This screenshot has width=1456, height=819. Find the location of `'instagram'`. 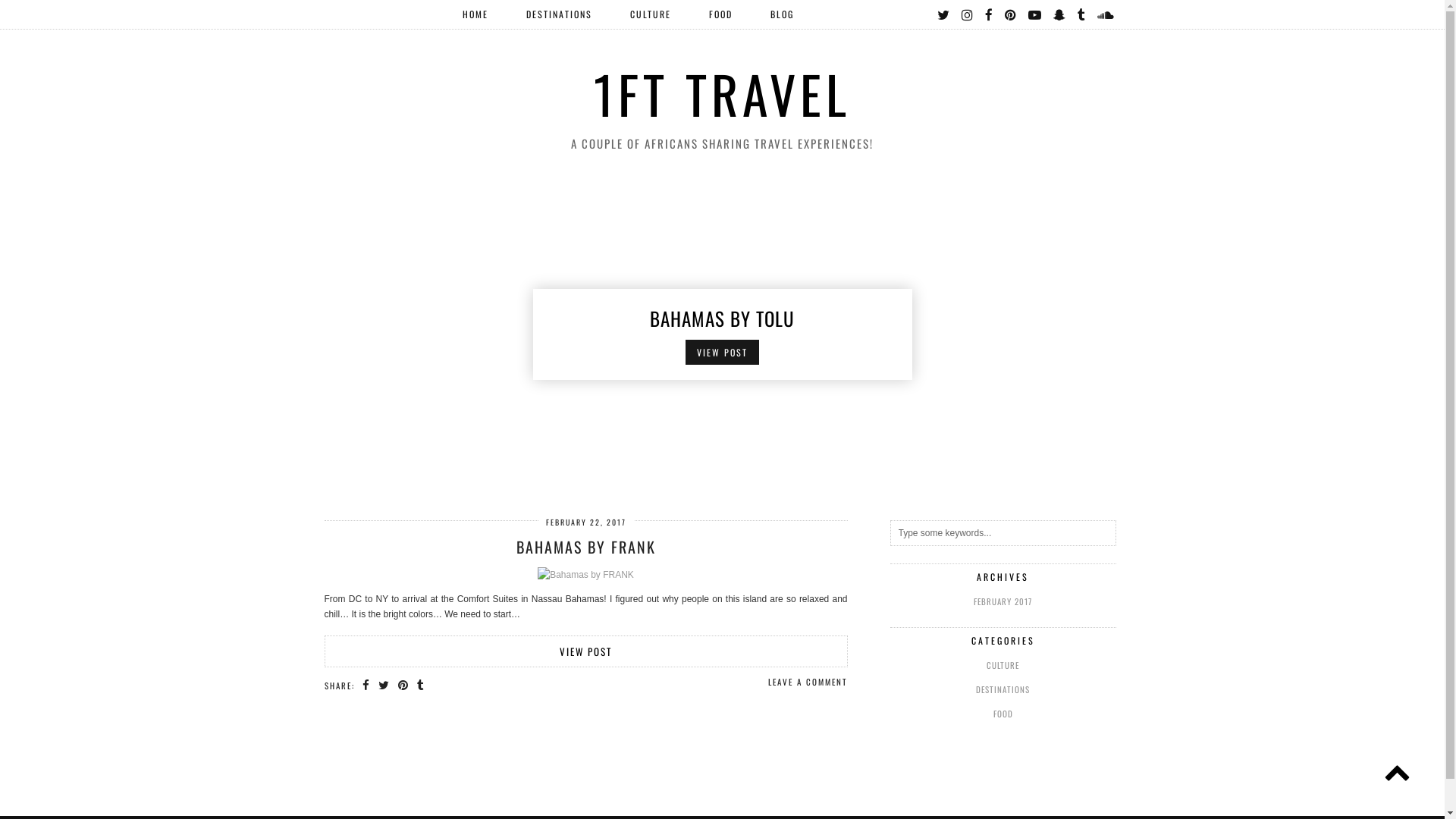

'instagram' is located at coordinates (967, 14).